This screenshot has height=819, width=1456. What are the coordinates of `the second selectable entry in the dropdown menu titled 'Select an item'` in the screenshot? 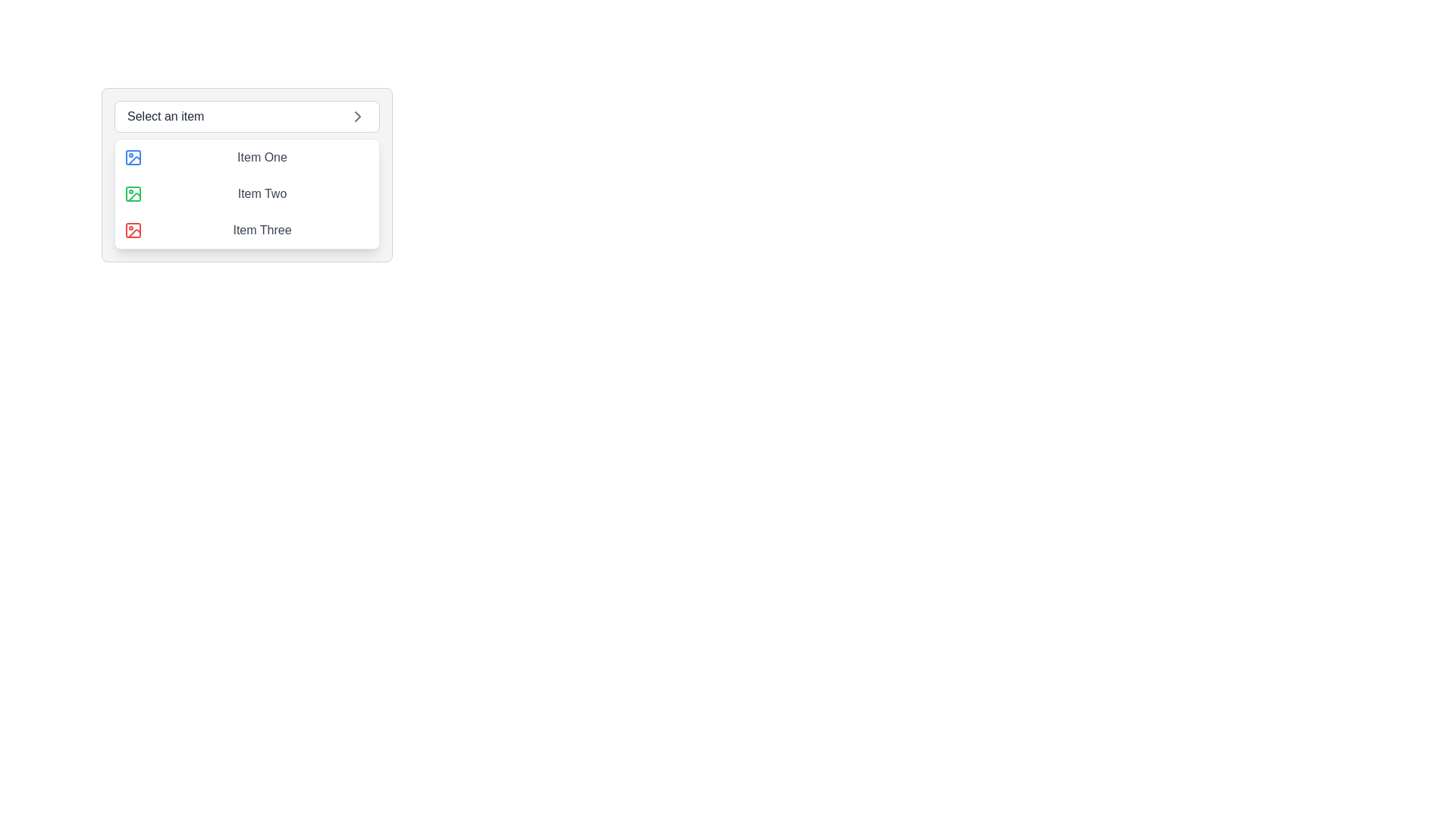 It's located at (247, 193).